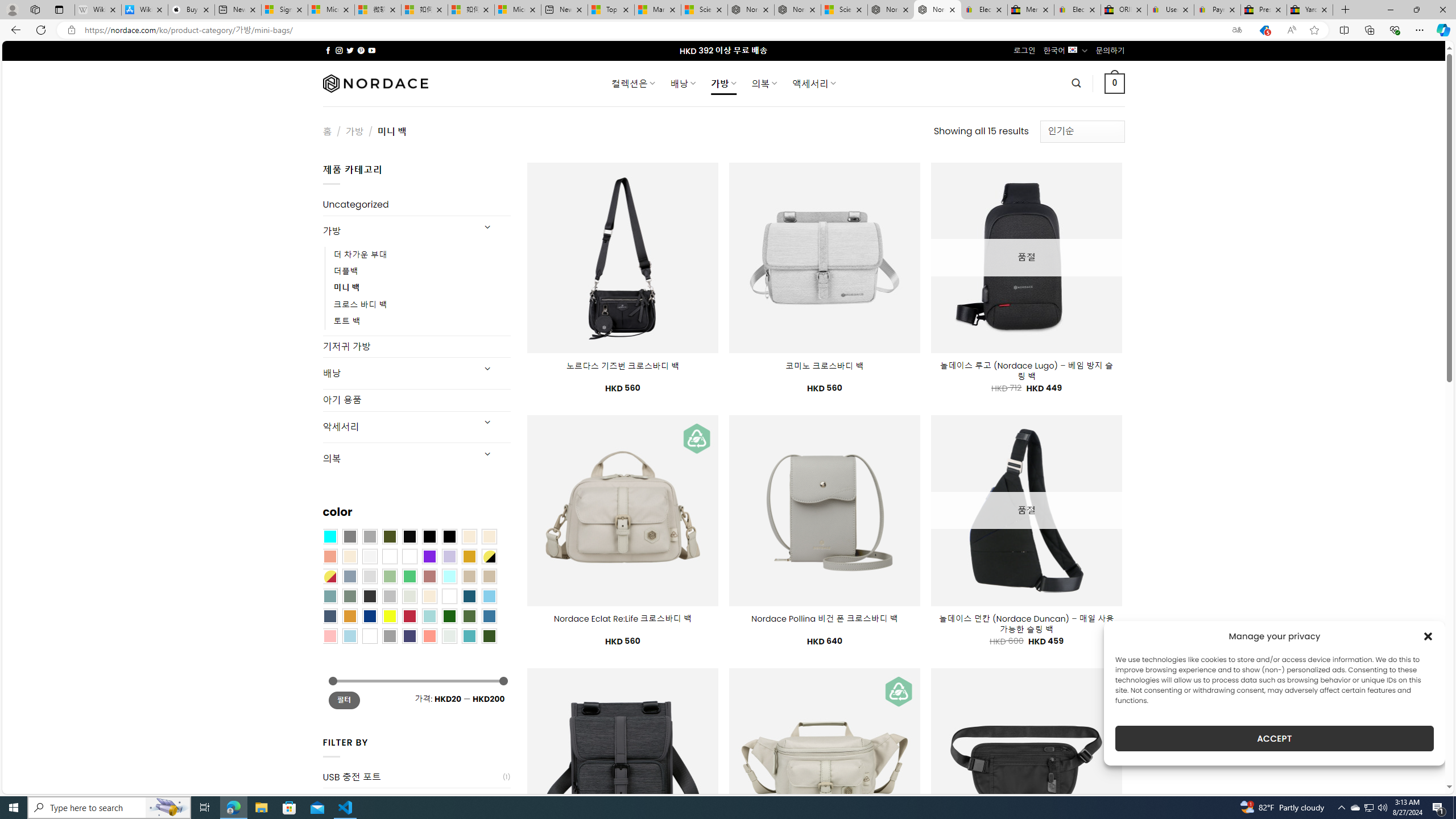 The width and height of the screenshot is (1456, 819). Describe the element at coordinates (1217, 9) in the screenshot. I see `'Payments Terms of Use | eBay.com'` at that location.